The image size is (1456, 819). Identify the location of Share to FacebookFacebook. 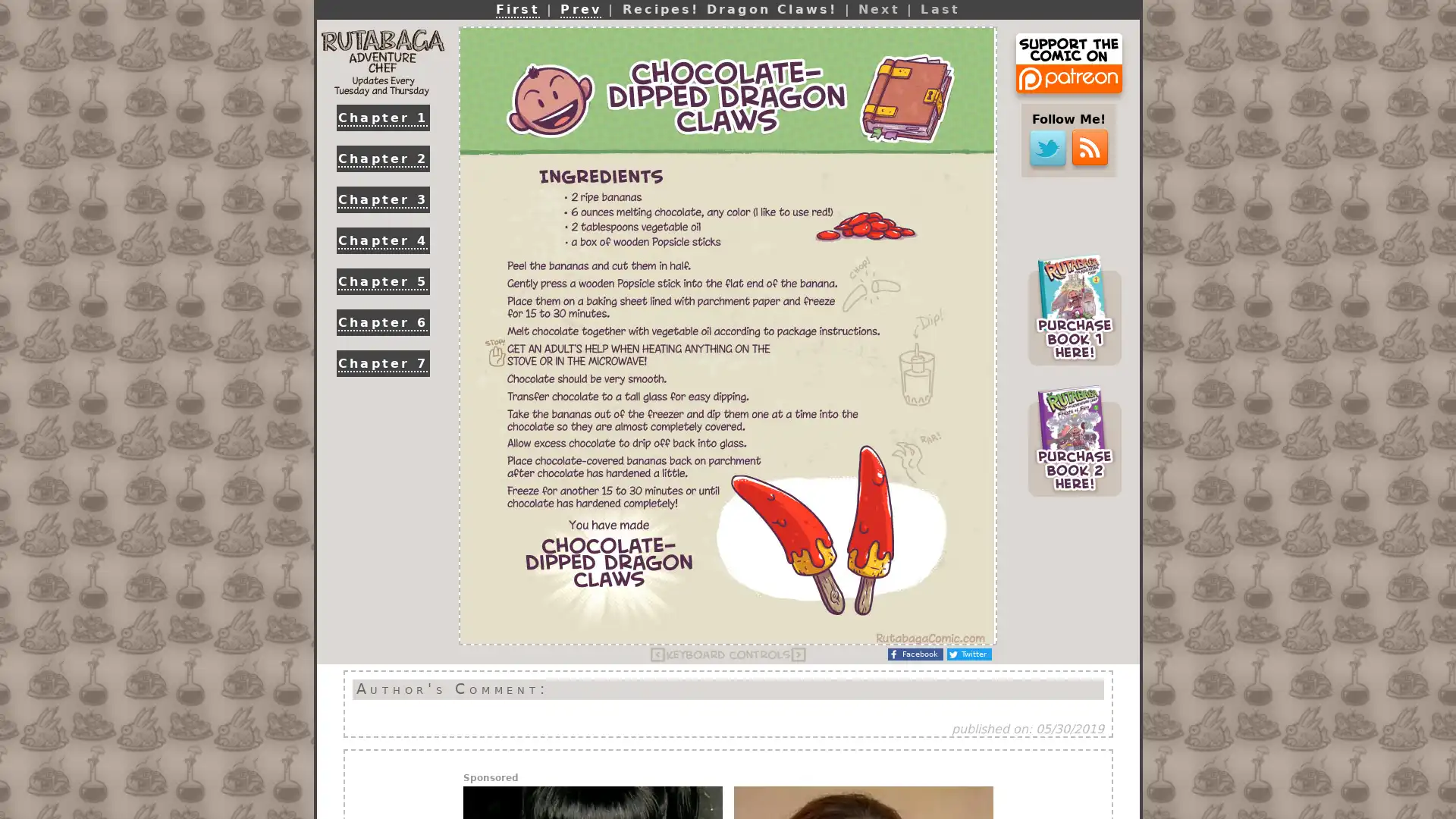
(915, 654).